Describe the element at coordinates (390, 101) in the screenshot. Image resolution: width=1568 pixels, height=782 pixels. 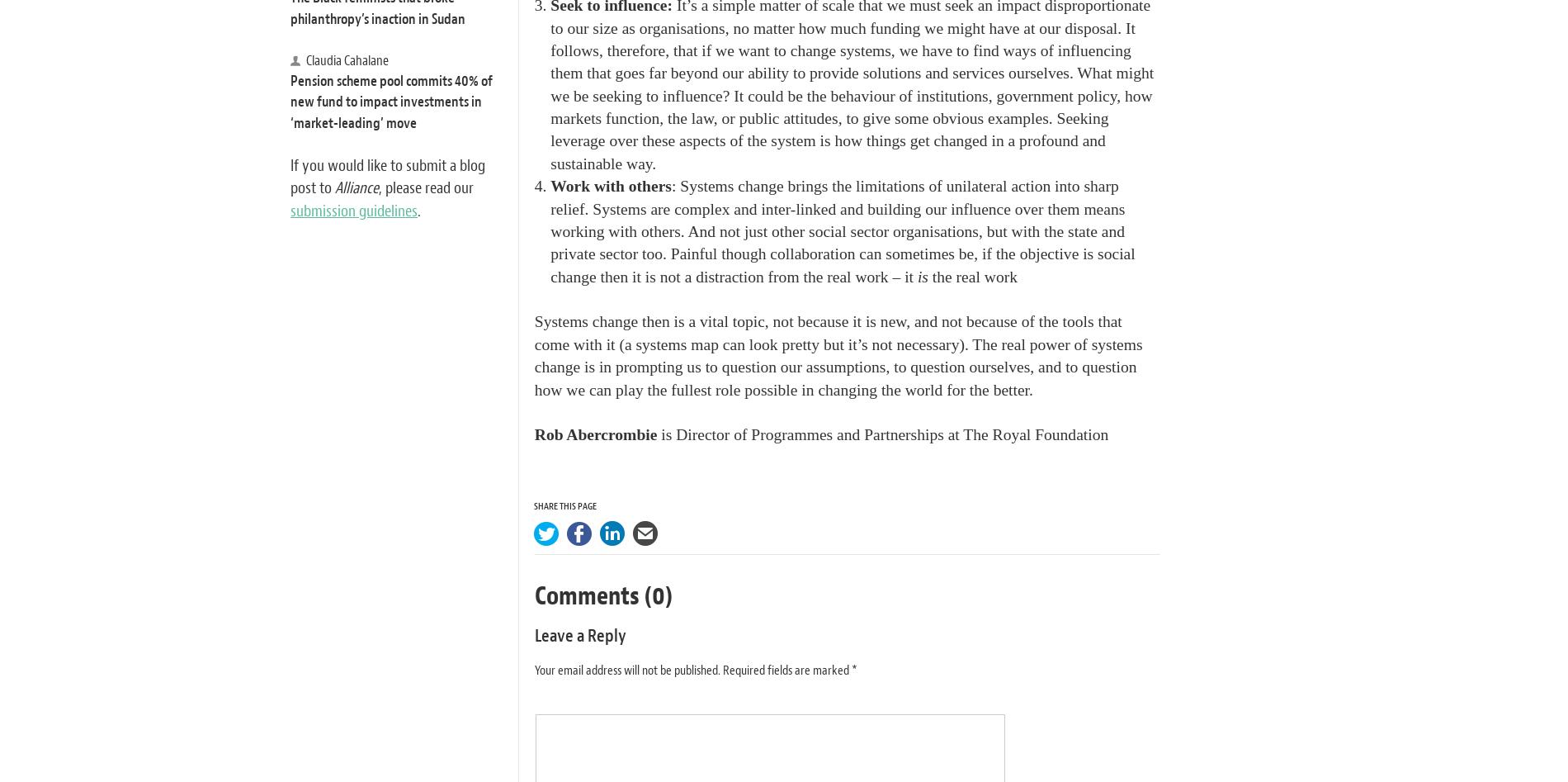
I see `'Pension scheme pool commits 40% of new fund to impact investments in ‘market-leading’ move'` at that location.